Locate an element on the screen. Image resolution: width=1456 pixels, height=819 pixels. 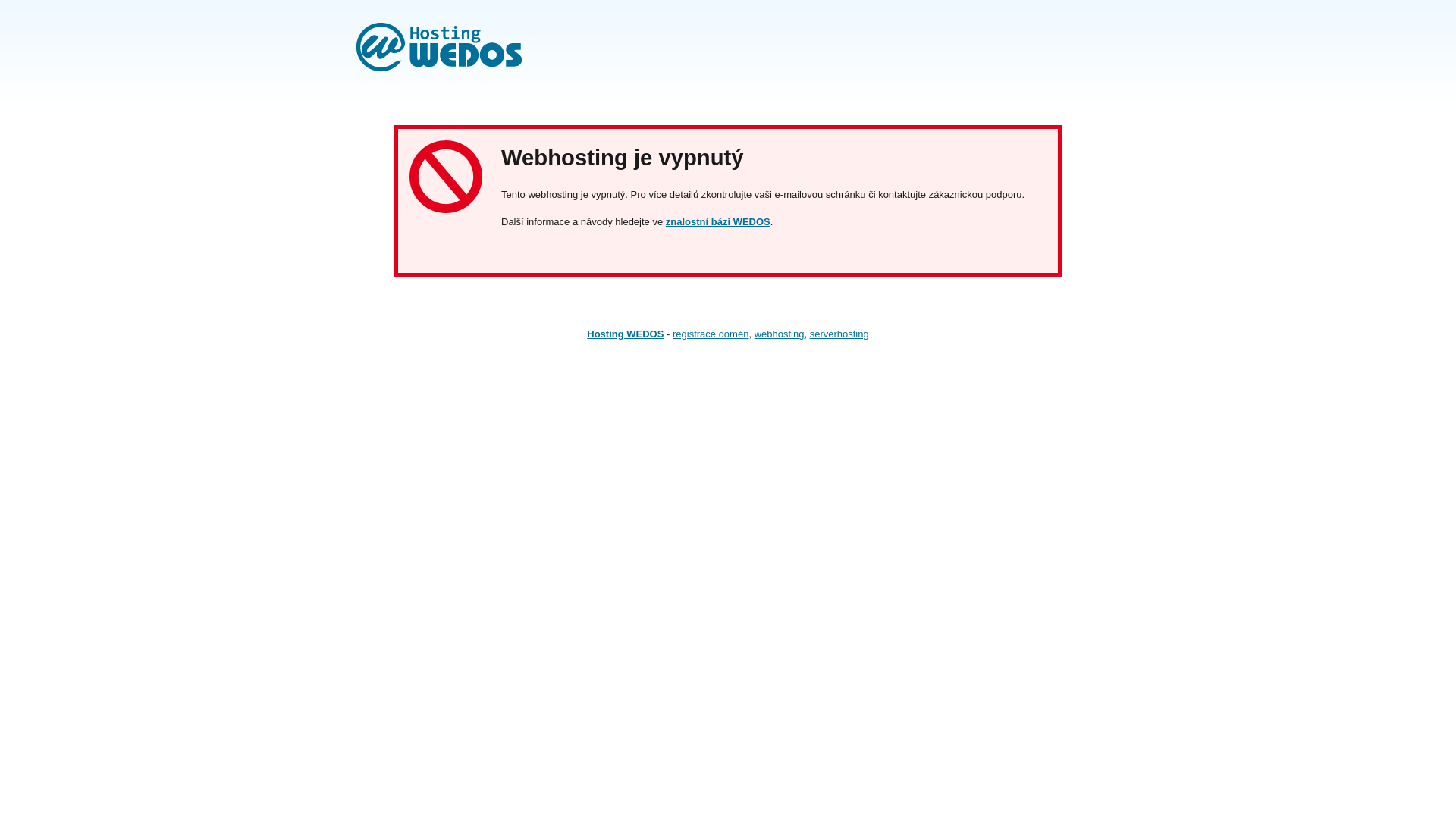
'Hosting WEDOS' is located at coordinates (625, 333).